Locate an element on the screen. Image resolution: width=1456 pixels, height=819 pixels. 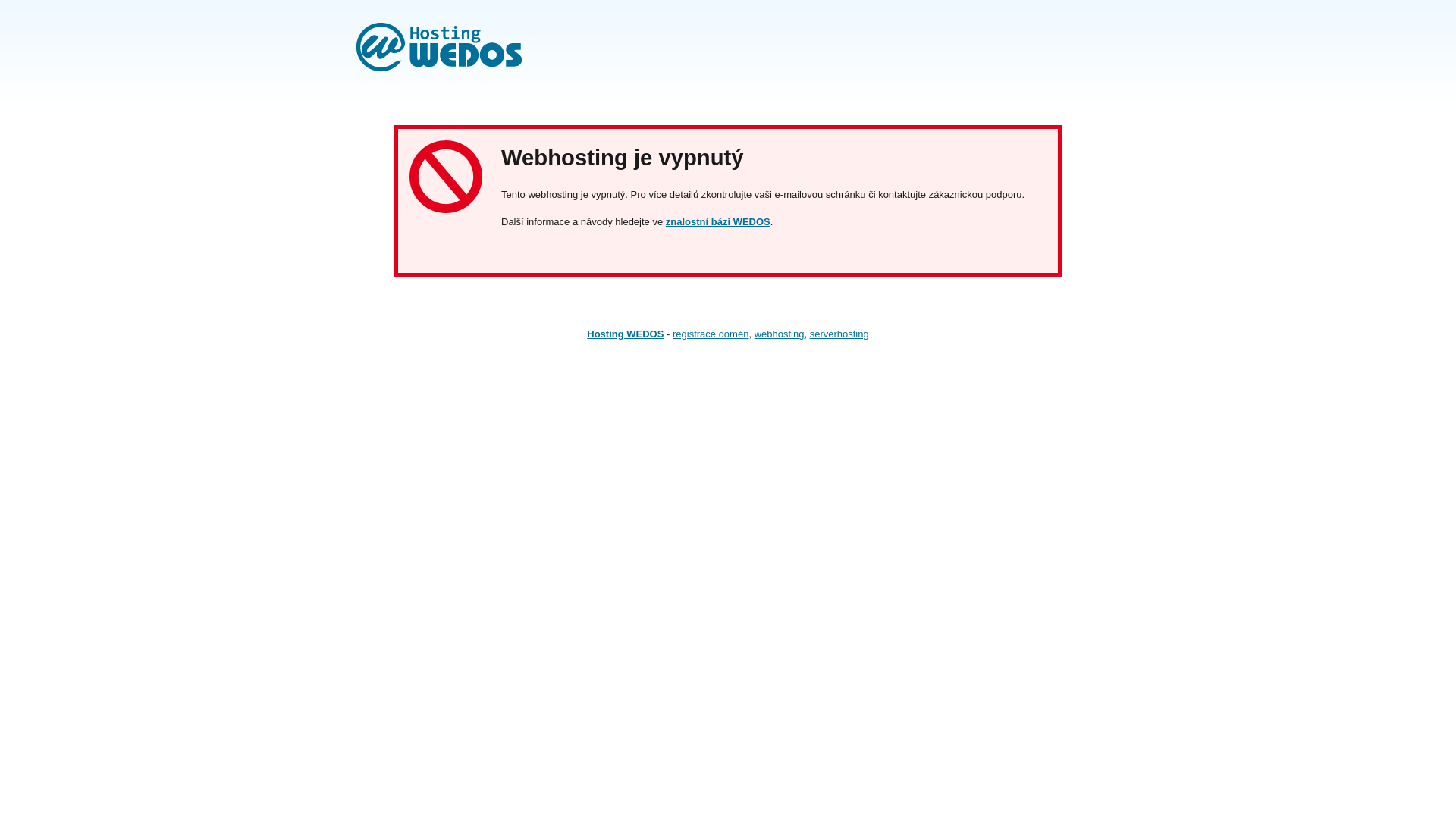
'Hosting WEDOS' is located at coordinates (625, 333).